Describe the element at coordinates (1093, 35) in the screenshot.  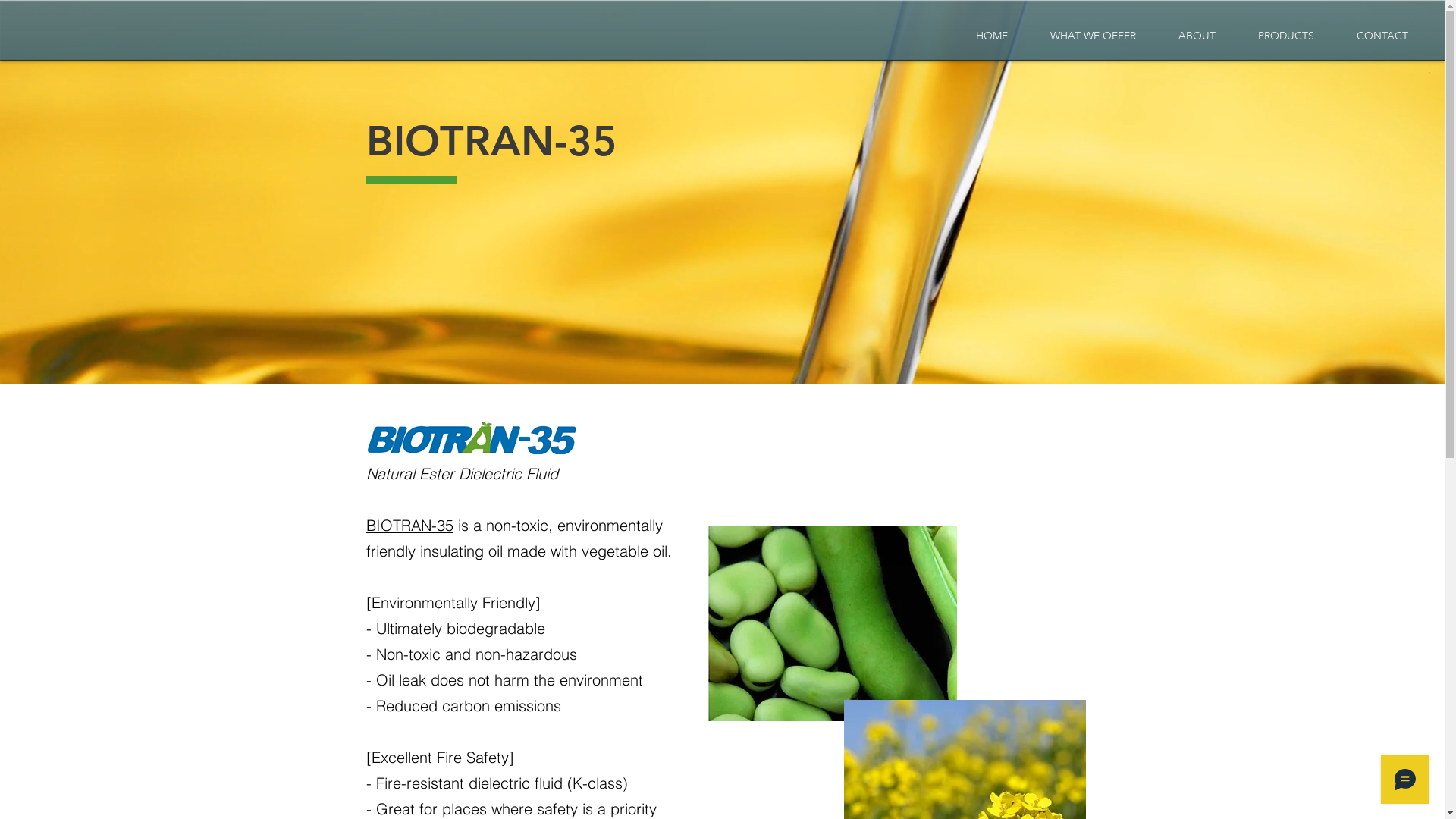
I see `'WHAT WE OFFER'` at that location.